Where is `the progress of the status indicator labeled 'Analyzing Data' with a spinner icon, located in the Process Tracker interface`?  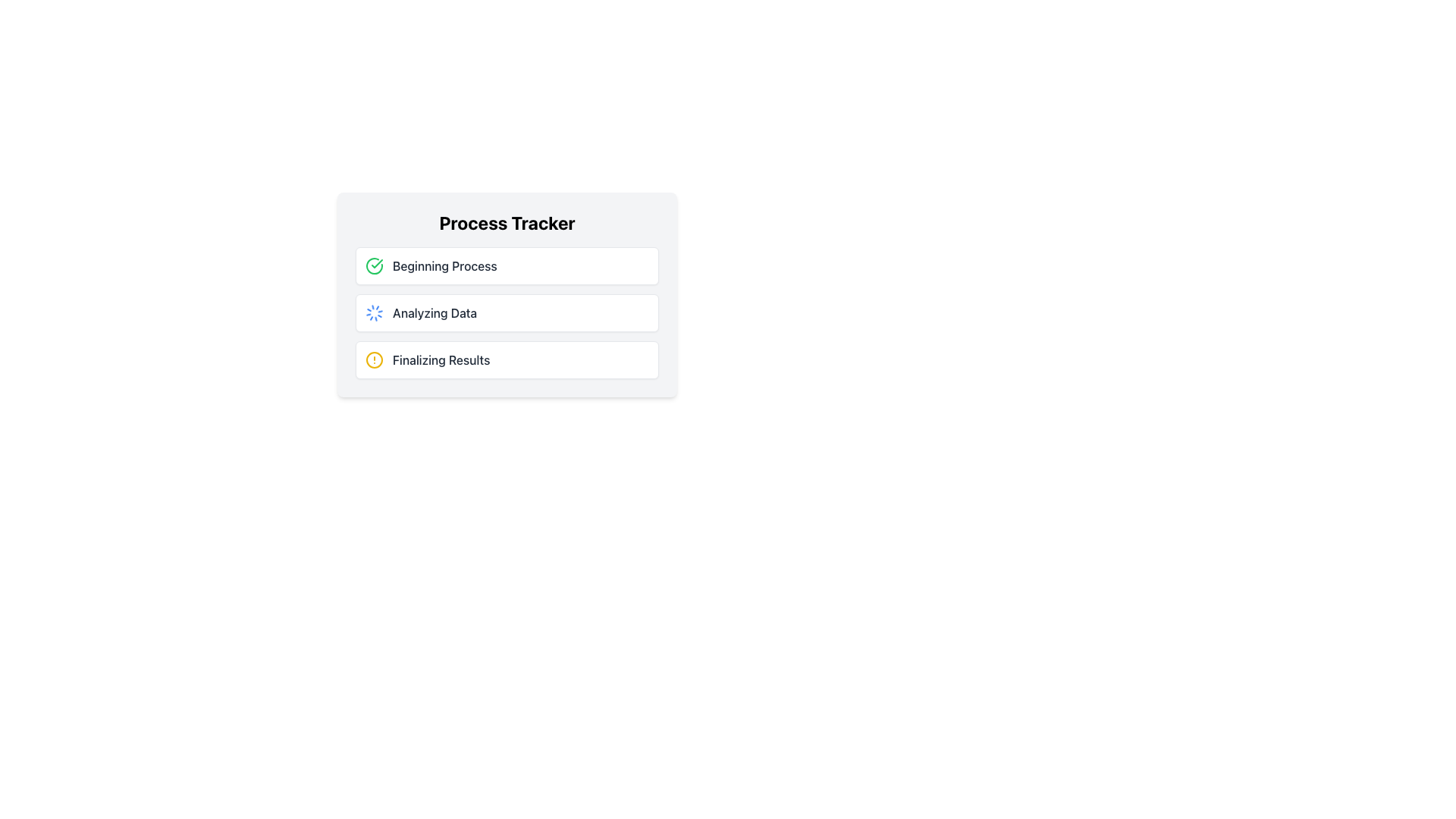 the progress of the status indicator labeled 'Analyzing Data' with a spinner icon, located in the Process Tracker interface is located at coordinates (507, 312).